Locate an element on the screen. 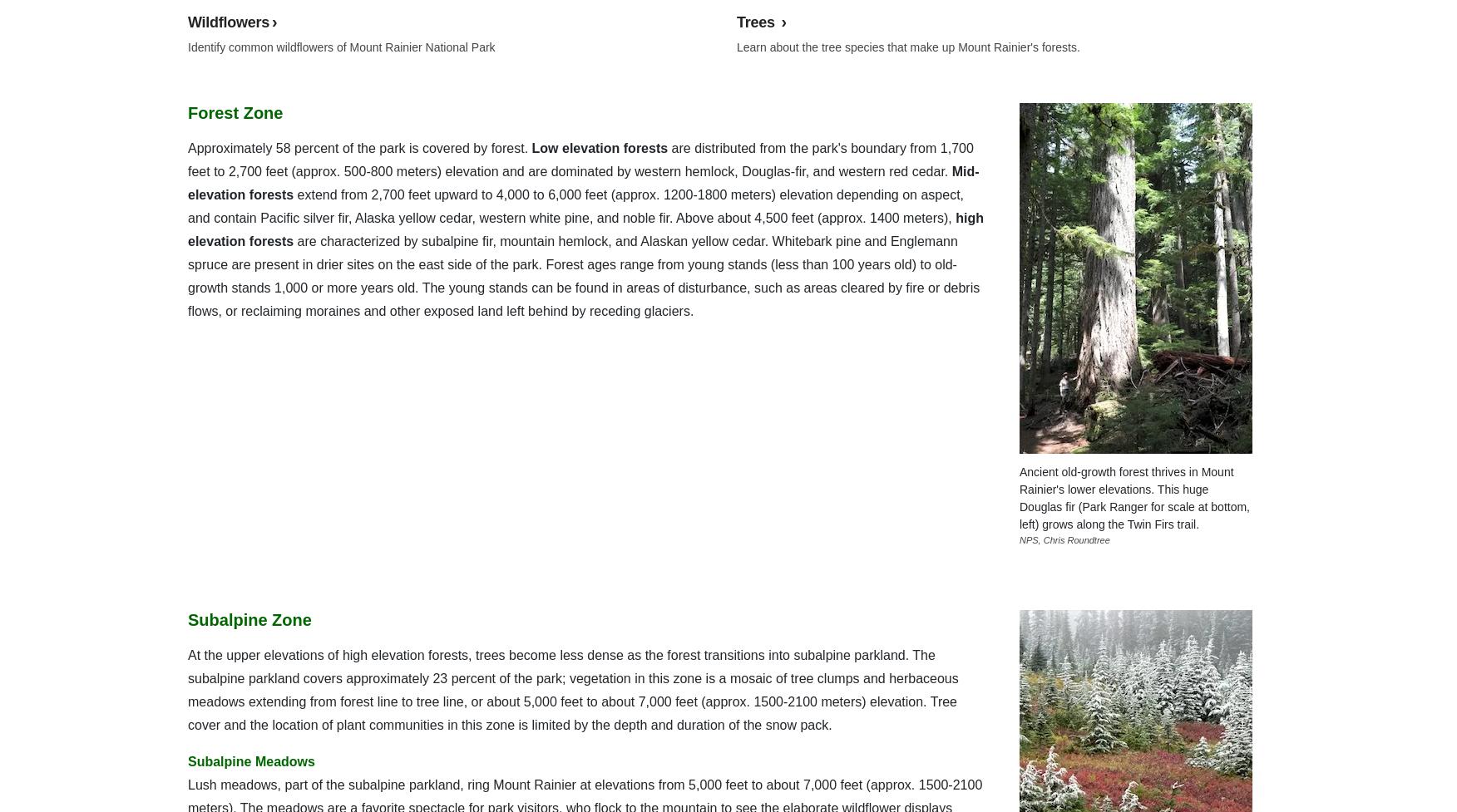  'Flickr' is located at coordinates (511, 70).